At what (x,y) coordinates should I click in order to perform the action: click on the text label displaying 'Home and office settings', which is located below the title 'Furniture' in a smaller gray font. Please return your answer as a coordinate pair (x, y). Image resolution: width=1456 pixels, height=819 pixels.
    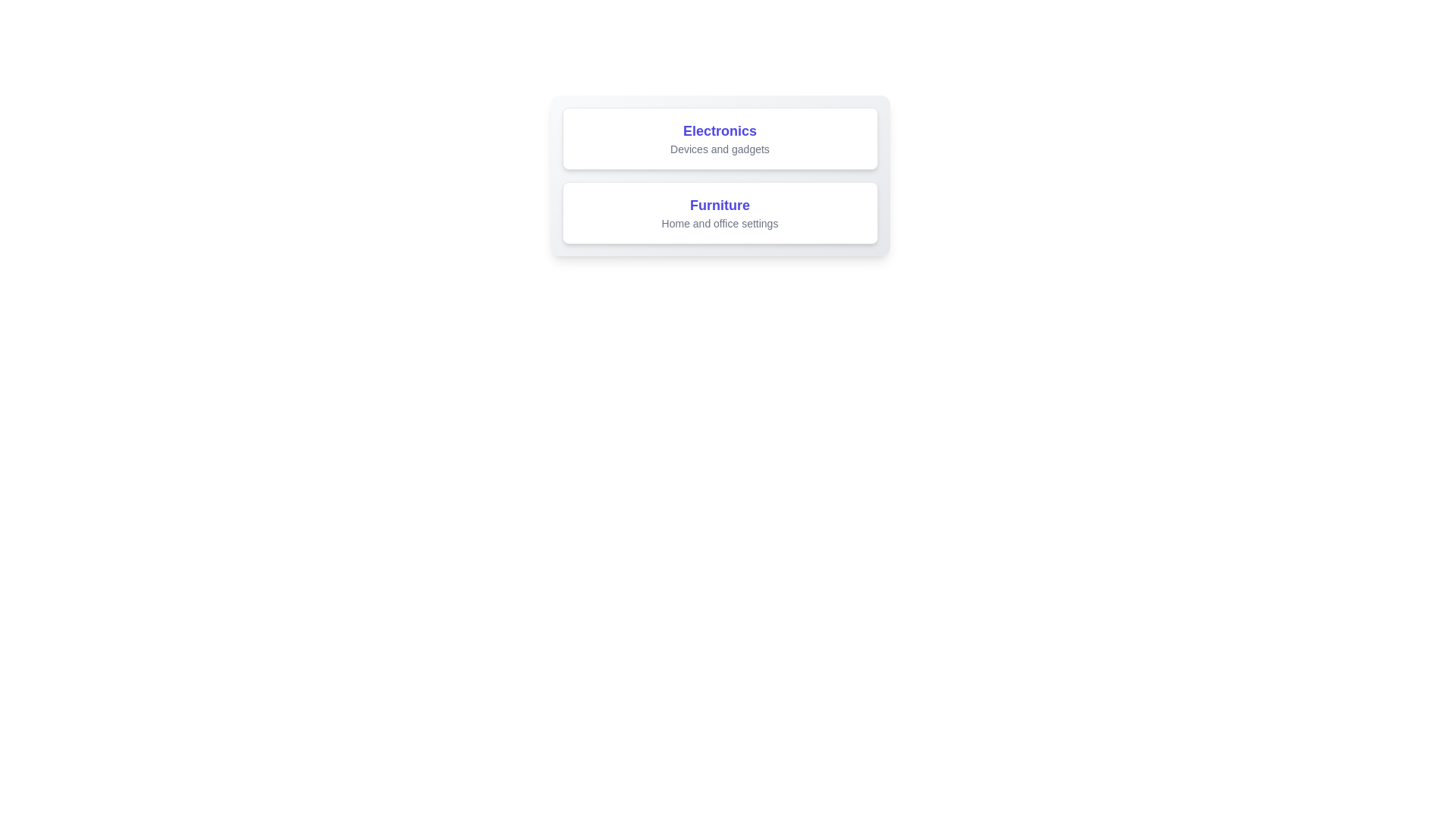
    Looking at the image, I should click on (719, 223).